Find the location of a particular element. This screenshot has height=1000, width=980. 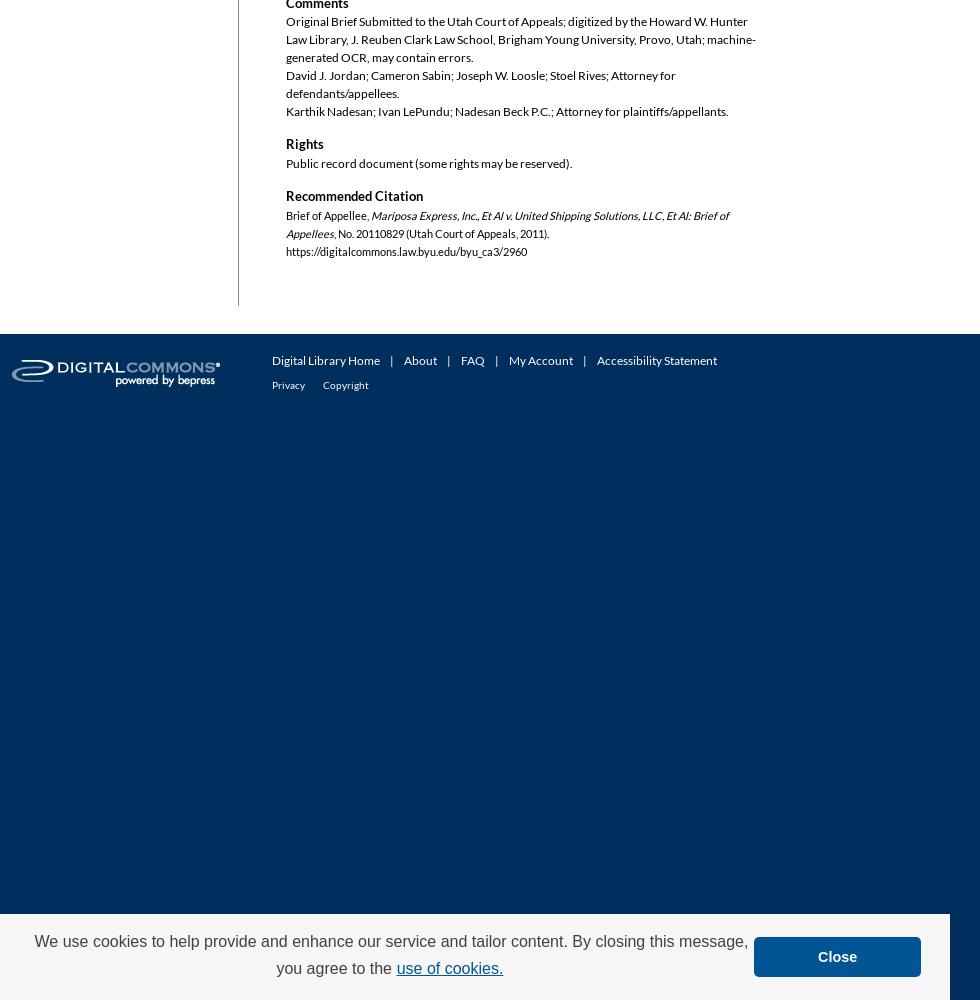

'https://digitalcommons.law.byu.edu/byu_ca3/2960' is located at coordinates (406, 250).